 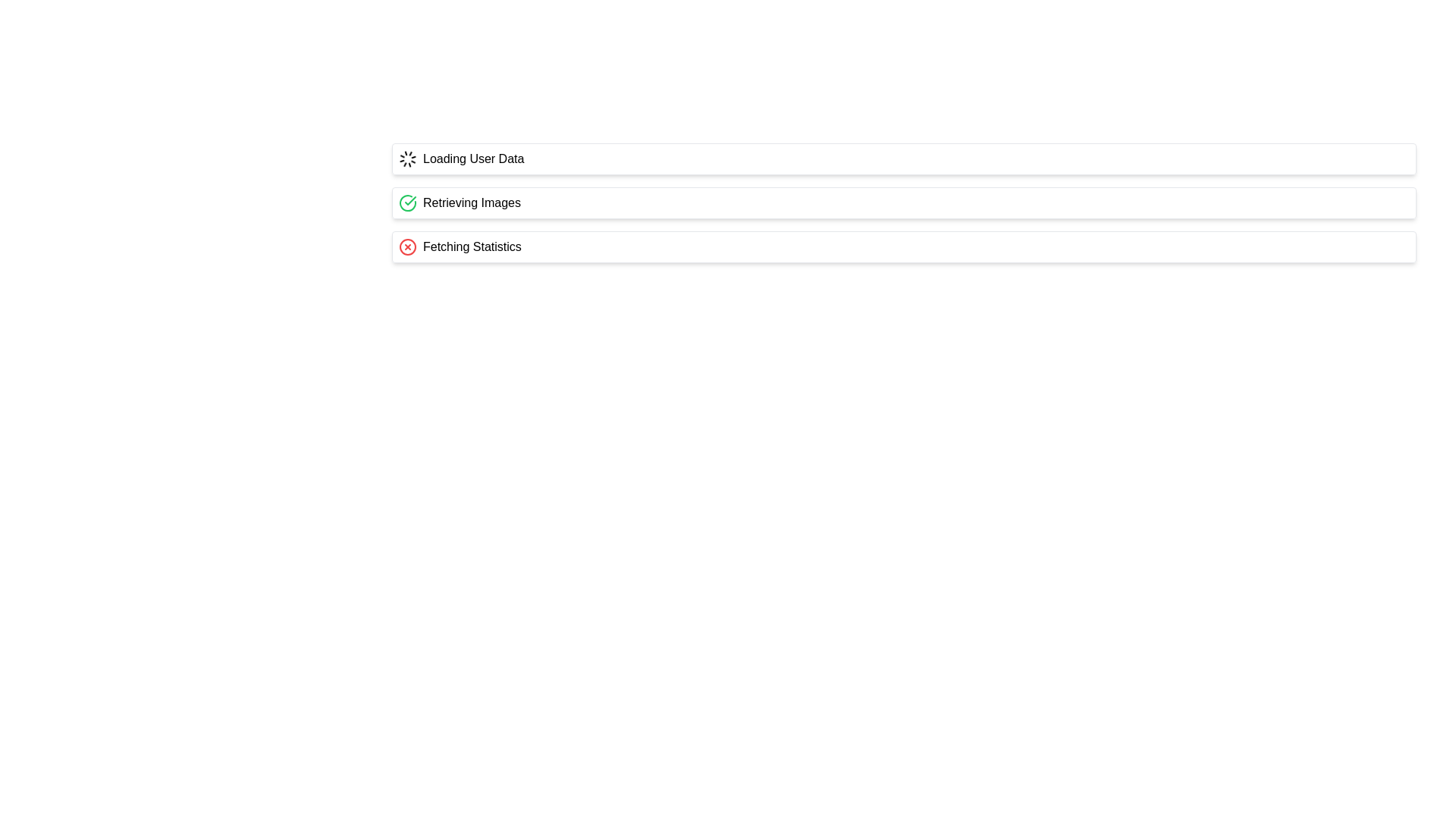 What do you see at coordinates (459, 246) in the screenshot?
I see `the static informational text element displaying 'Fetching Statistics' with a red error icon` at bounding box center [459, 246].